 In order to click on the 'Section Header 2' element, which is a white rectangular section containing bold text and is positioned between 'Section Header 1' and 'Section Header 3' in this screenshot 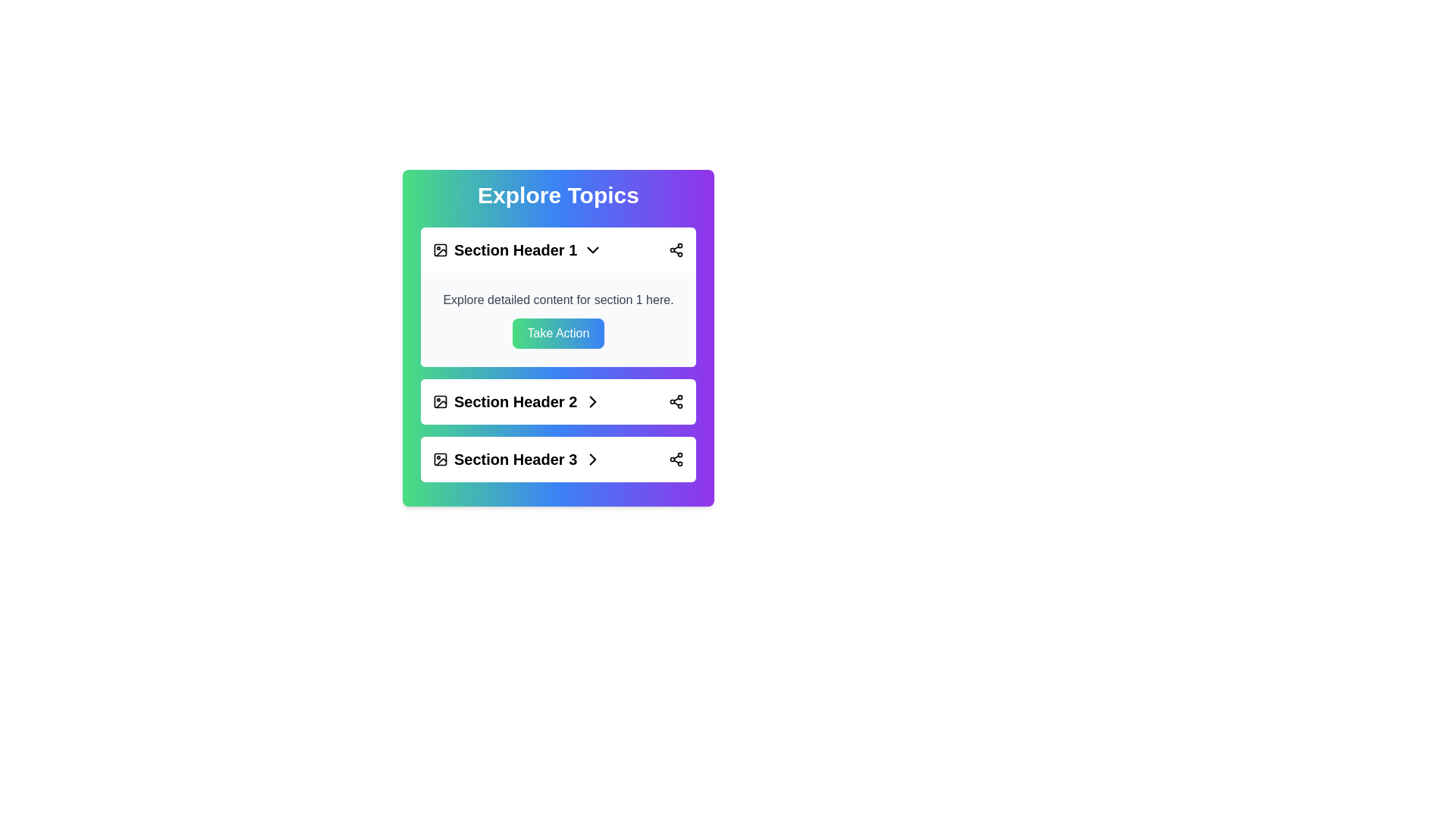, I will do `click(557, 400)`.